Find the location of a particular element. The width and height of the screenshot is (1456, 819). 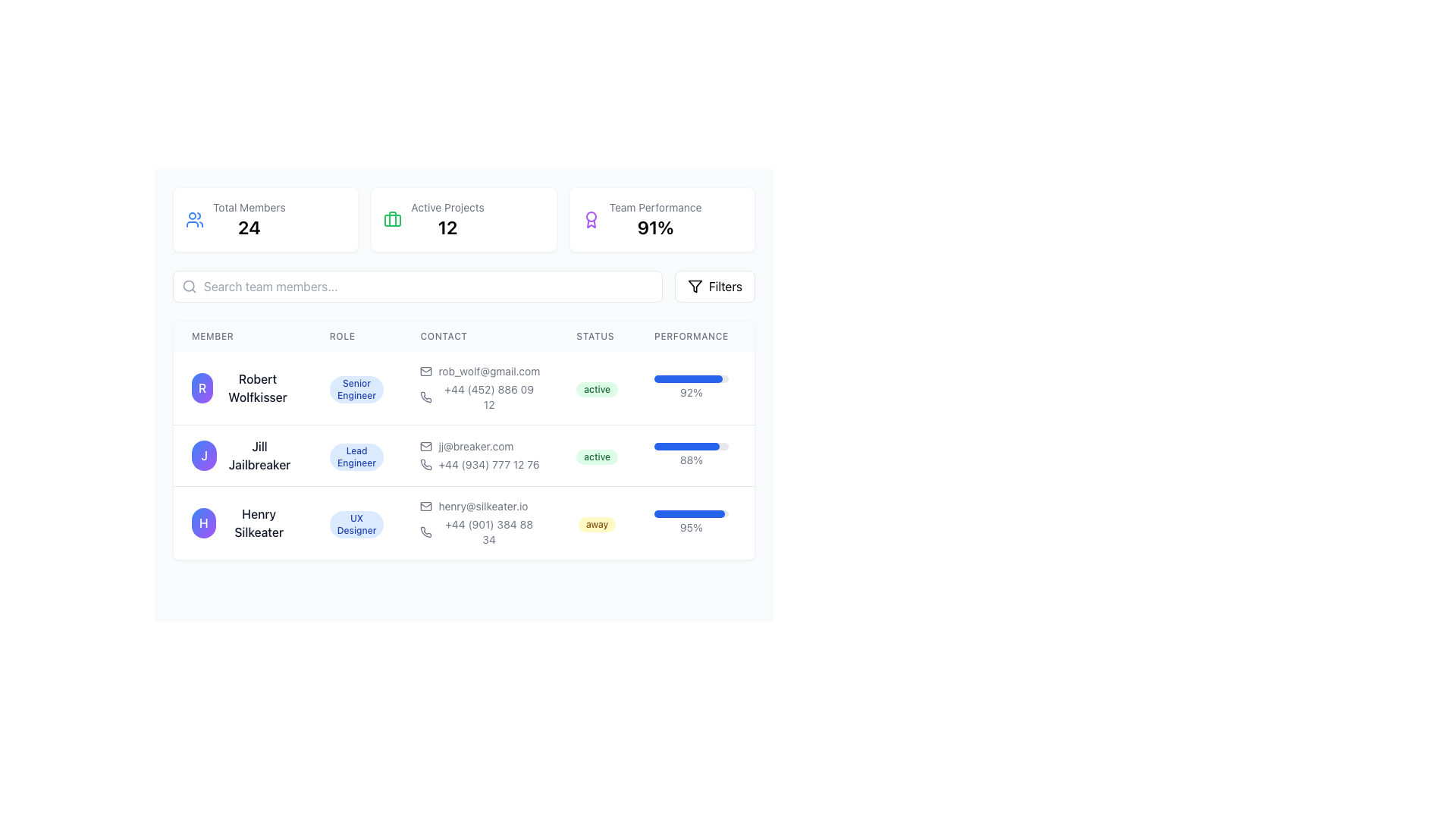

the third data row is located at coordinates (500, 522).